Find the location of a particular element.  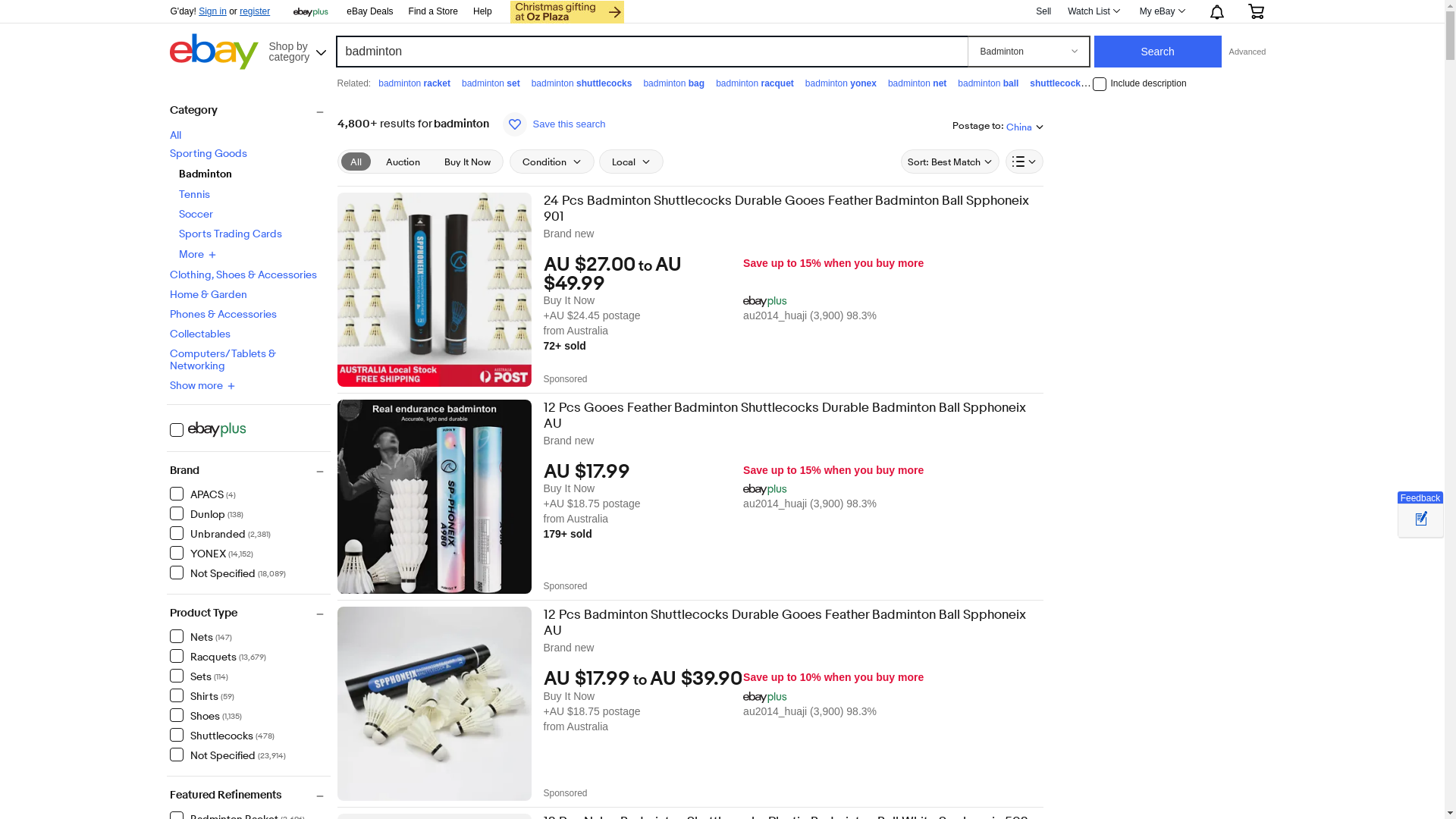

'Auction' is located at coordinates (402, 161).